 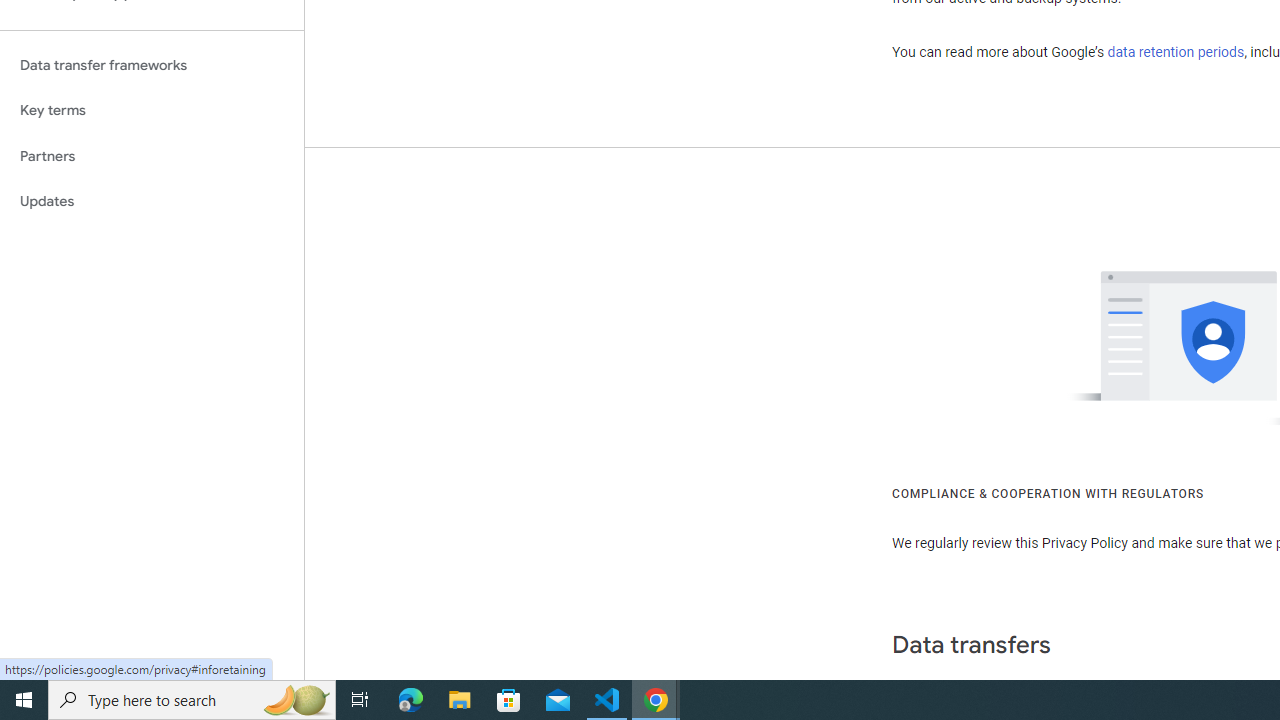 I want to click on 'Updates', so click(x=151, y=201).